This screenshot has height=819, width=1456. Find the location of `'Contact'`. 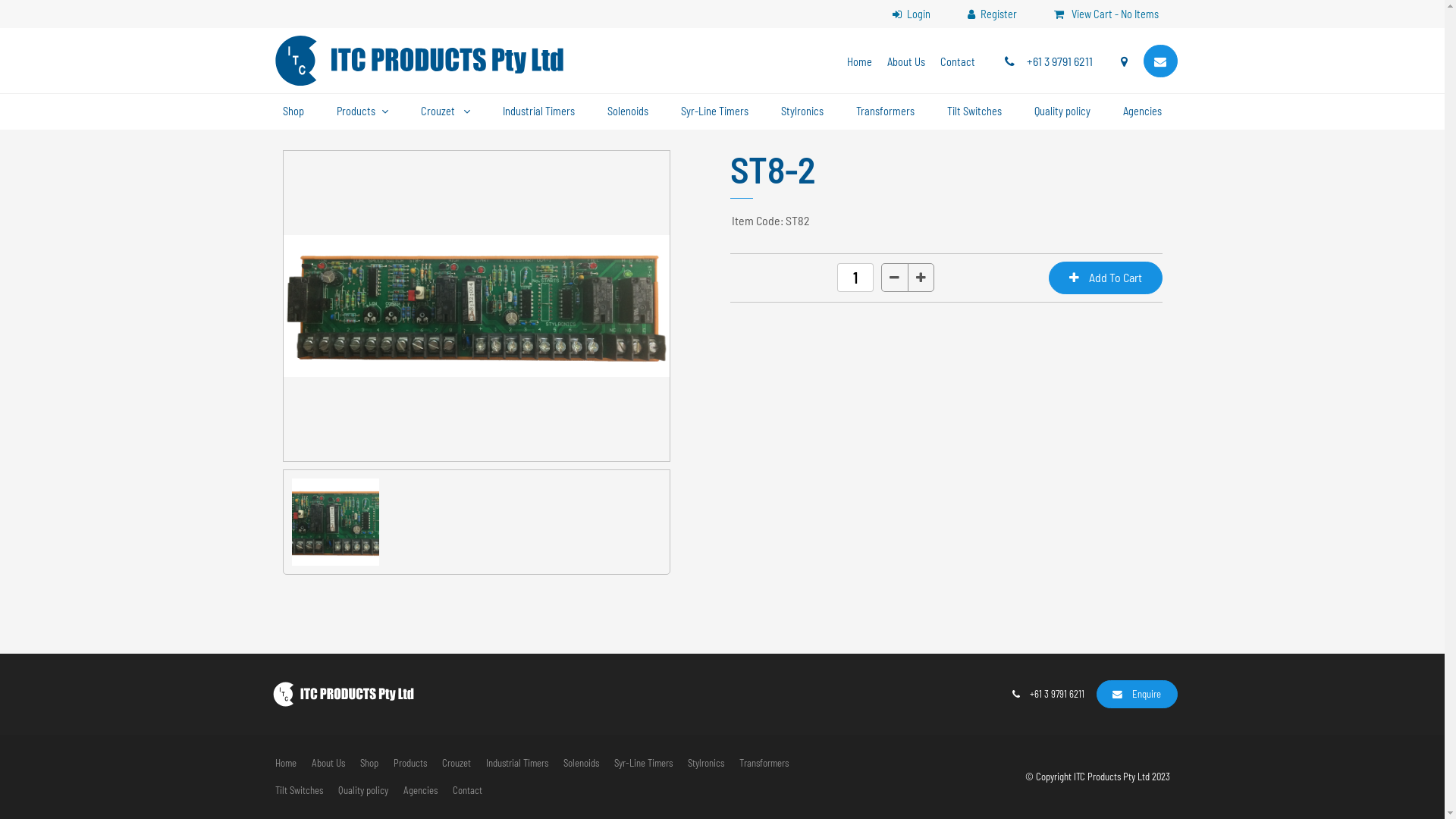

'Contact' is located at coordinates (466, 789).